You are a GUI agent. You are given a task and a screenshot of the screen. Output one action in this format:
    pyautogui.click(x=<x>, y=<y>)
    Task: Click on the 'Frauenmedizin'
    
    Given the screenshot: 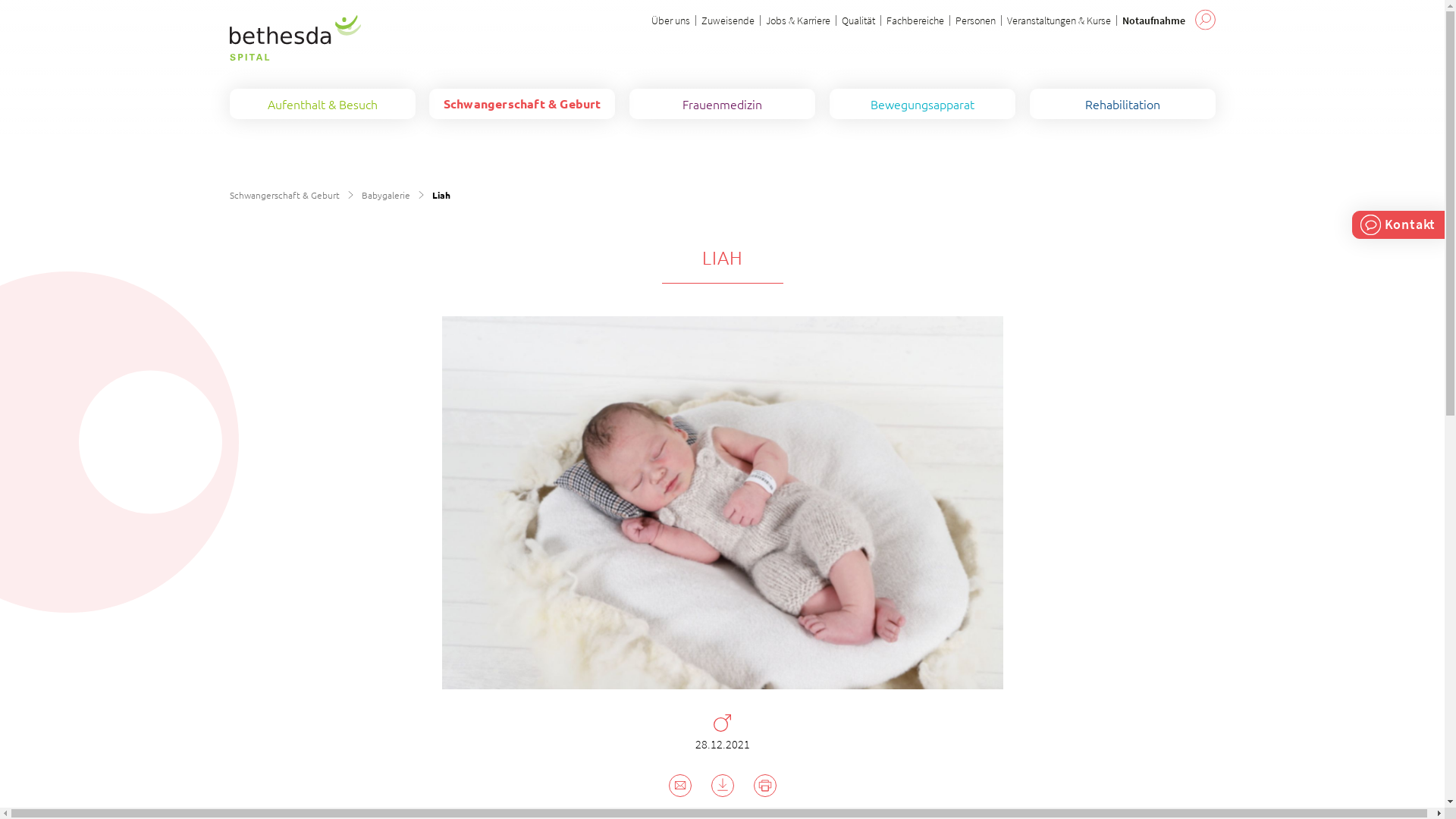 What is the action you would take?
    pyautogui.click(x=721, y=103)
    